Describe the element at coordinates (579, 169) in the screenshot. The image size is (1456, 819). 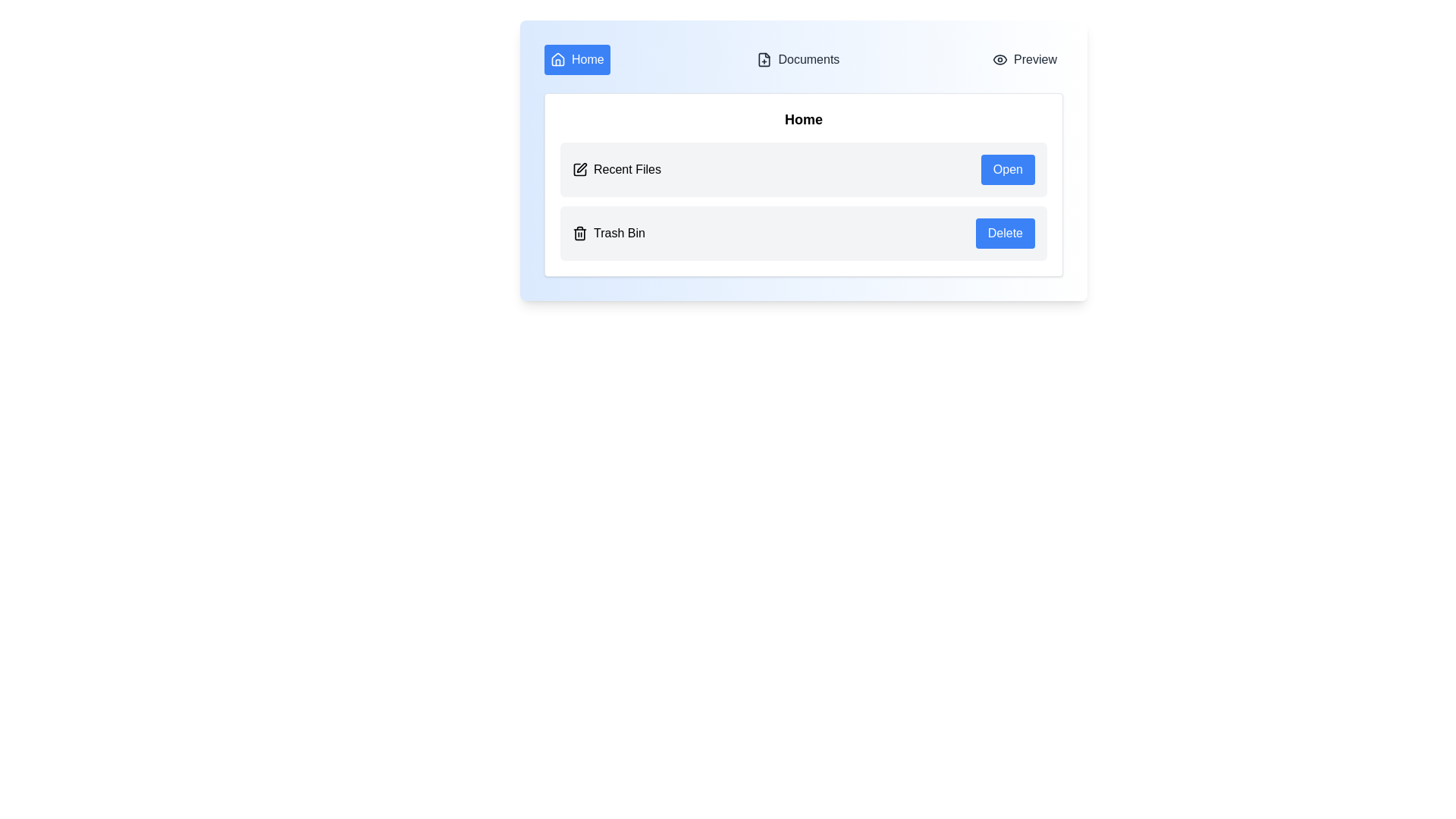
I see `the pen icon with a square outline located to the left of the 'Recent Files' text in the file management section` at that location.